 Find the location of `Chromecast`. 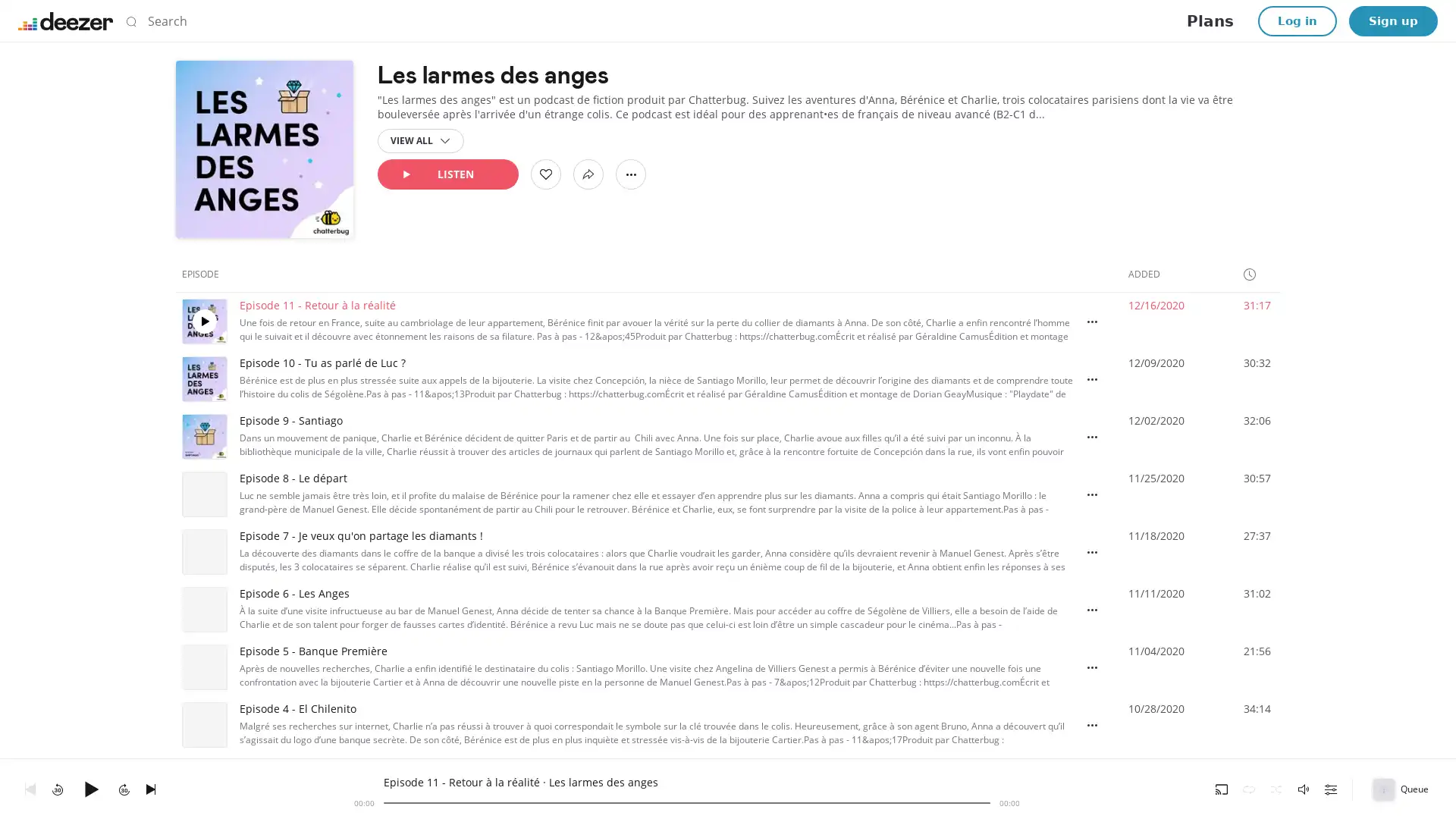

Chromecast is located at coordinates (1222, 788).